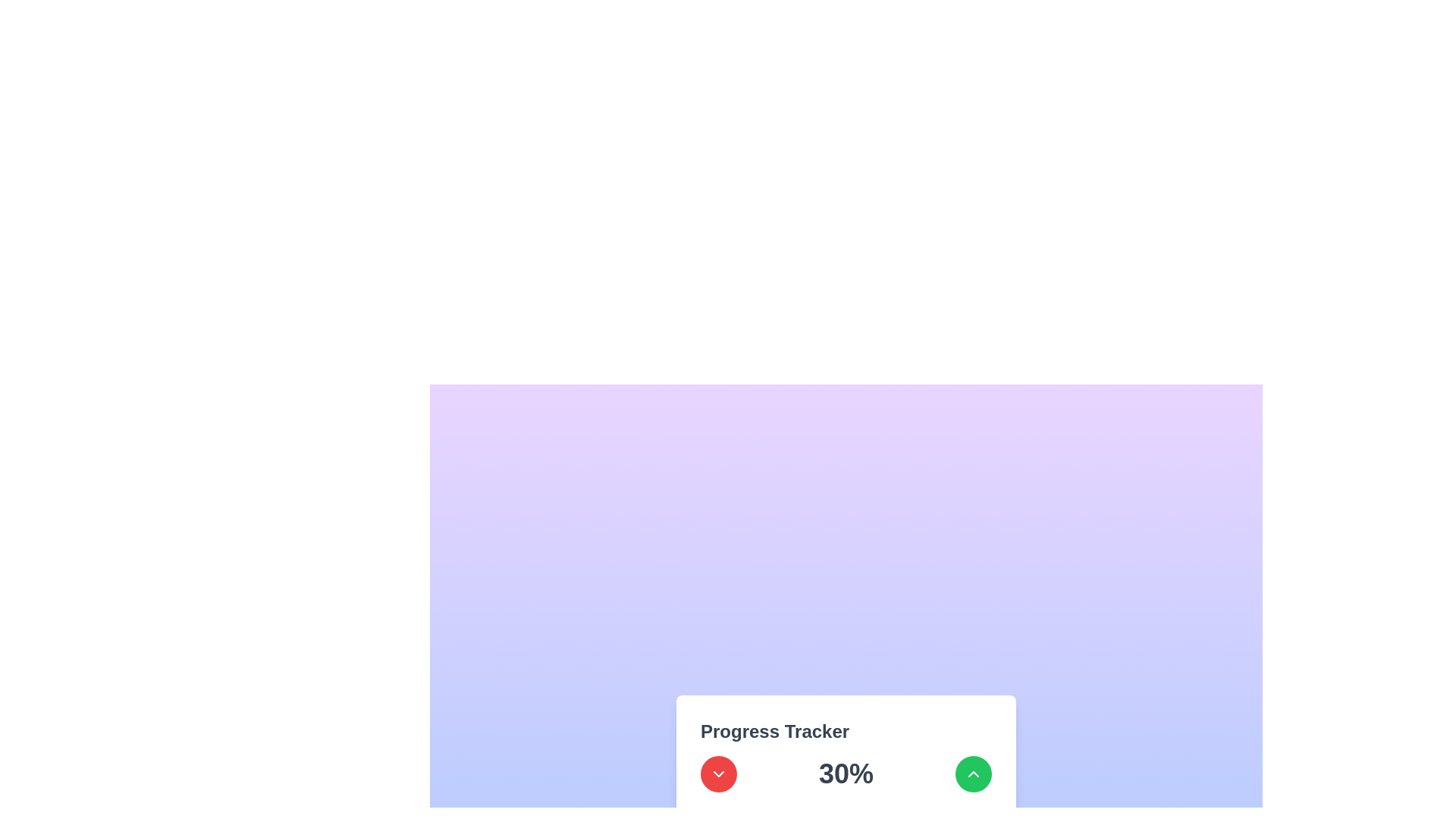 Image resolution: width=1456 pixels, height=819 pixels. Describe the element at coordinates (846, 774) in the screenshot. I see `the progress percentage text label located centrally below the 'Progress Tracker' header, flanked by red and green buttons` at that location.